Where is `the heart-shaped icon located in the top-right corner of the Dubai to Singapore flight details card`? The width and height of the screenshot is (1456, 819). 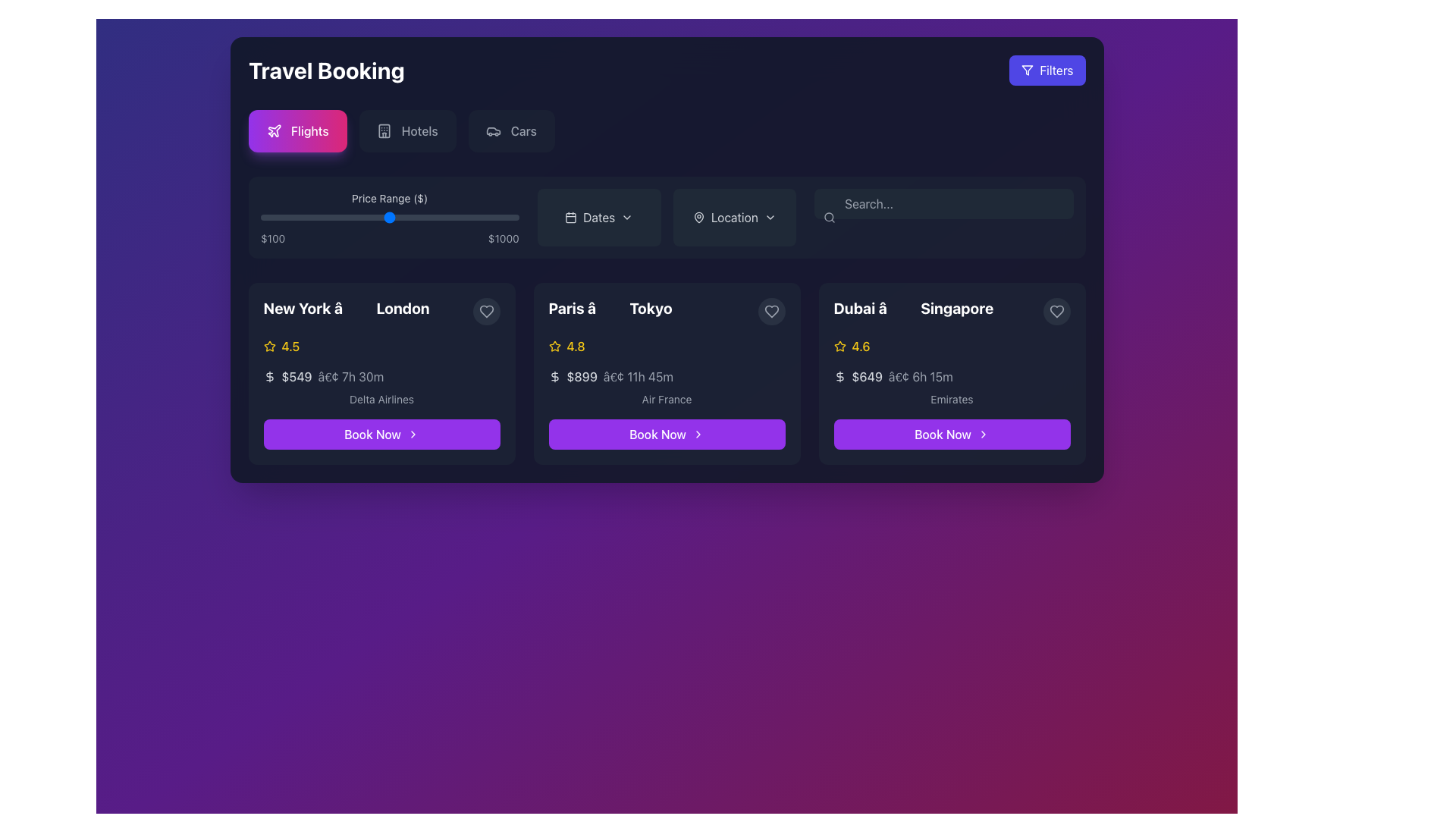
the heart-shaped icon located in the top-right corner of the Dubai to Singapore flight details card is located at coordinates (1056, 311).